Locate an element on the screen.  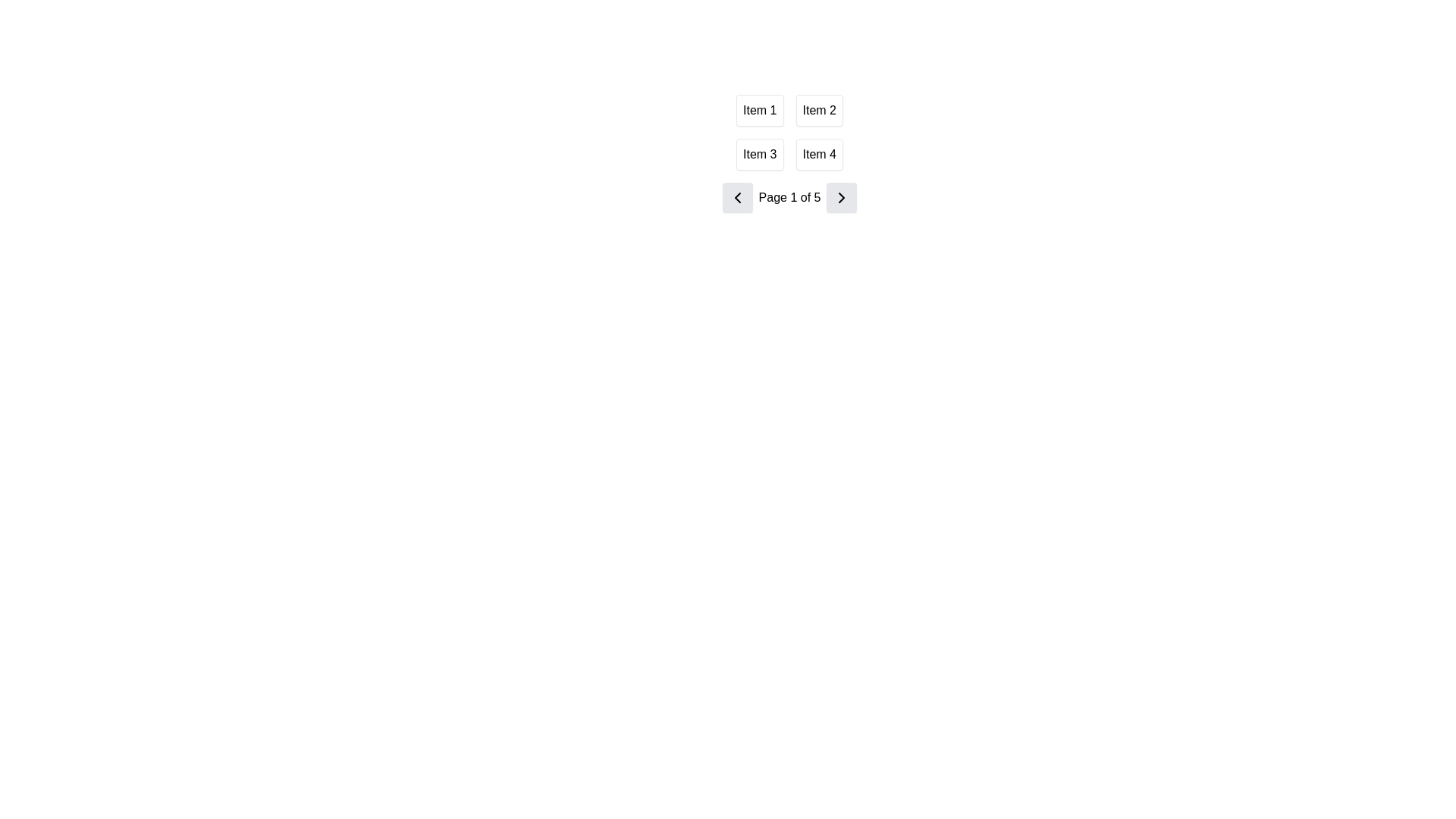
the bottom-left button in the grid is located at coordinates (760, 155).